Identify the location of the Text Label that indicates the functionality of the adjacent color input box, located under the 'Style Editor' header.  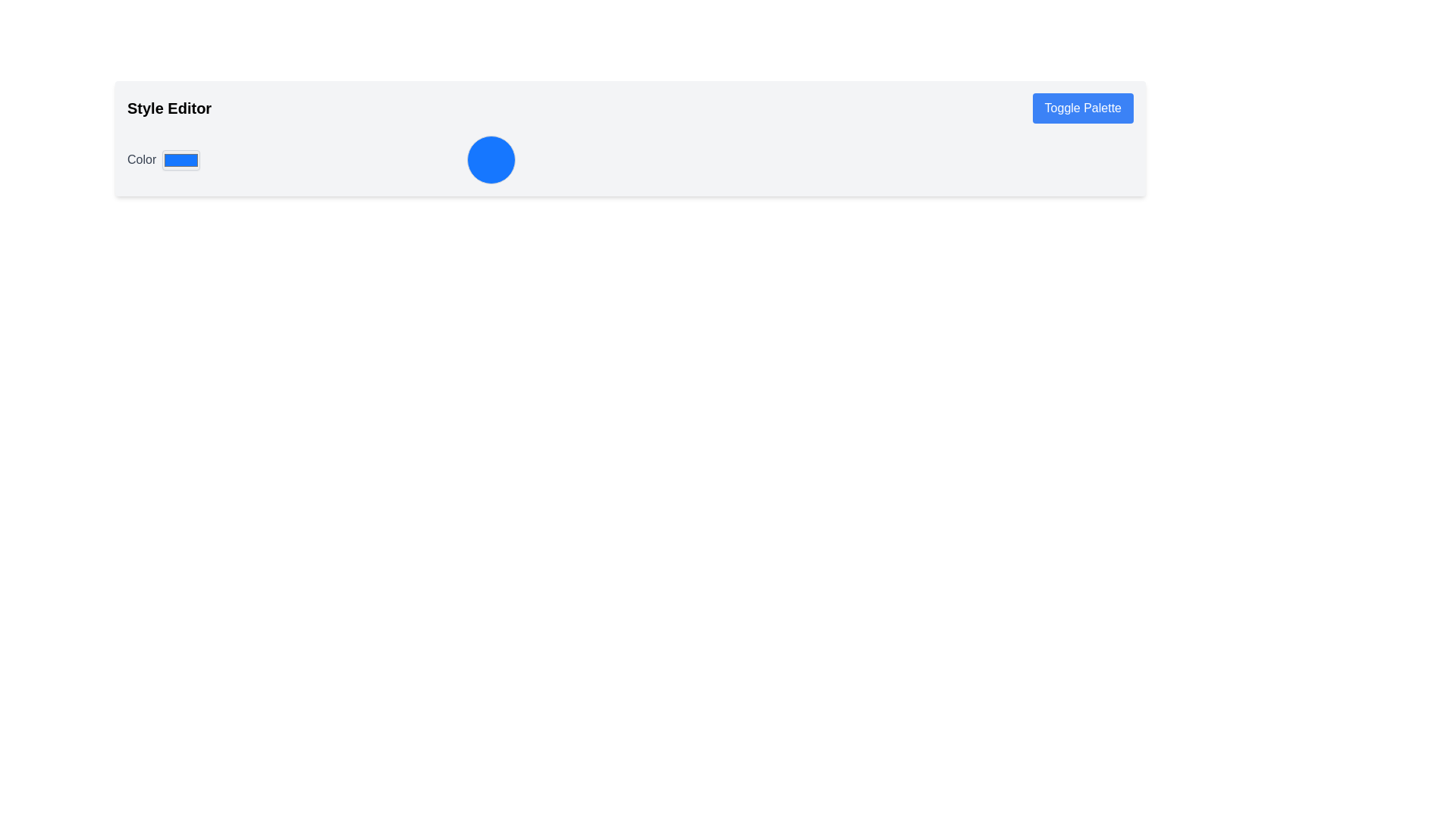
(142, 160).